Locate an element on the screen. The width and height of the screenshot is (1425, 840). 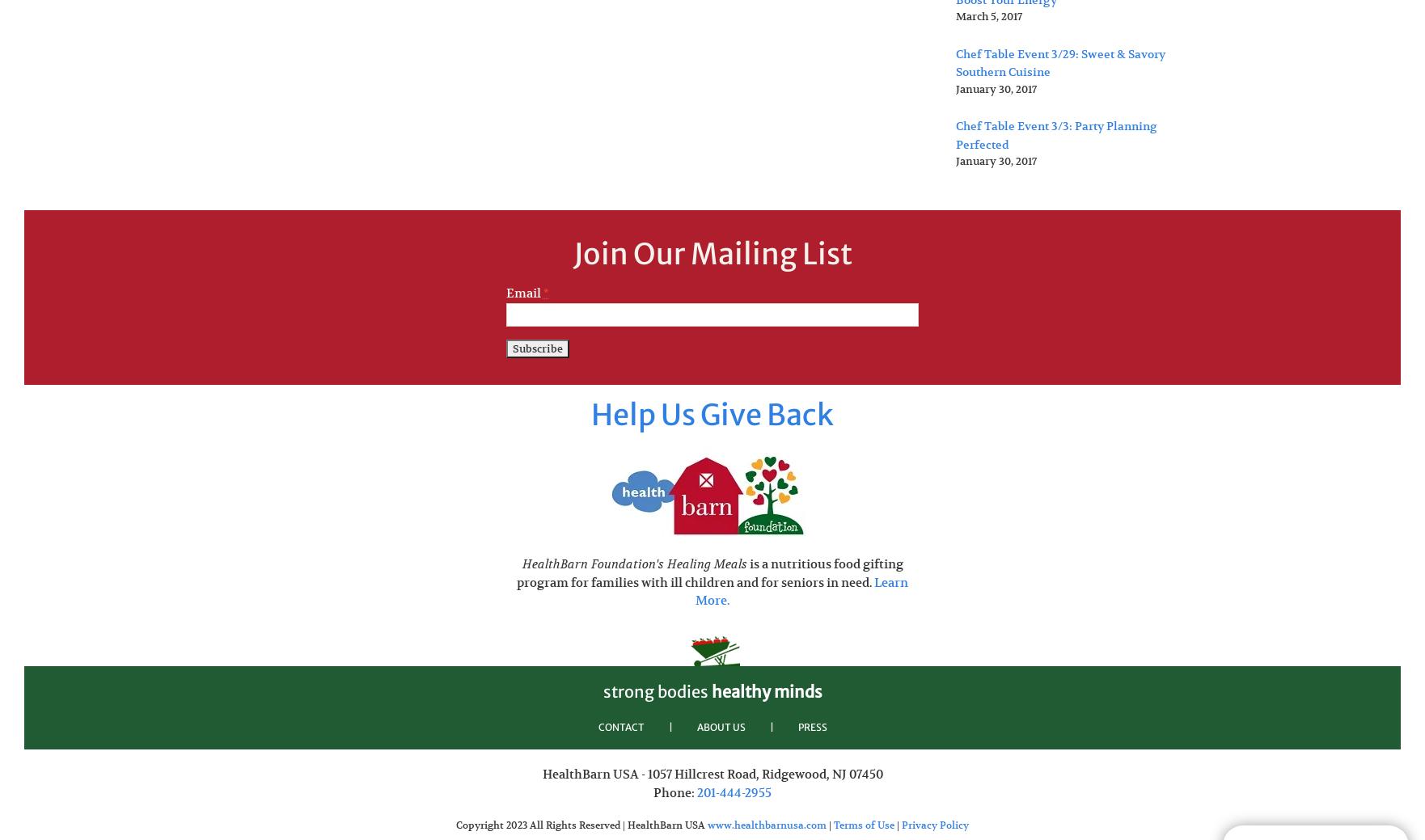
'Email' is located at coordinates (523, 292).